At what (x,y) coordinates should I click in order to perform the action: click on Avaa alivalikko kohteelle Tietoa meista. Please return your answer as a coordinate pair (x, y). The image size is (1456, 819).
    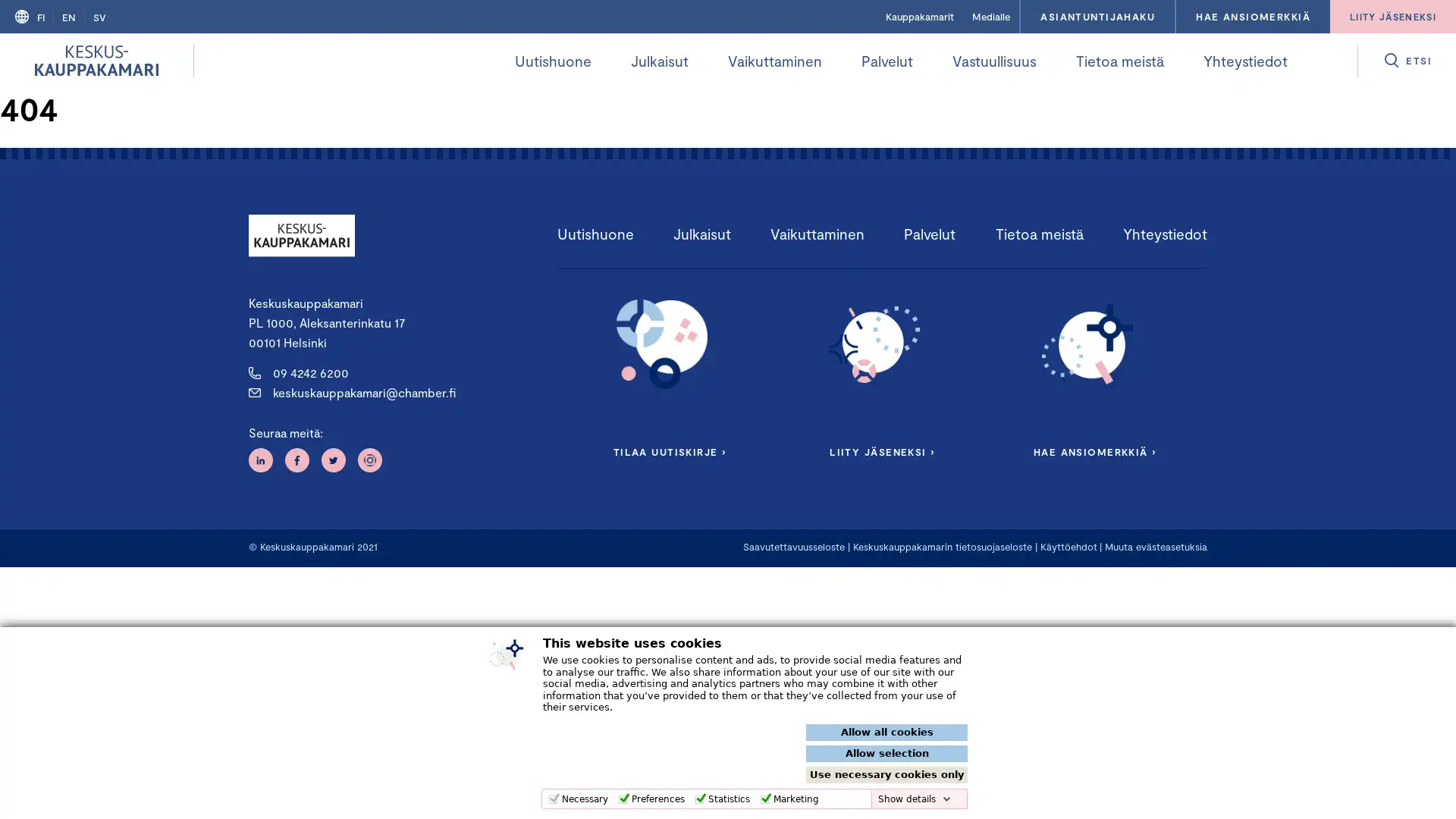
    Looking at the image, I should click on (1177, 73).